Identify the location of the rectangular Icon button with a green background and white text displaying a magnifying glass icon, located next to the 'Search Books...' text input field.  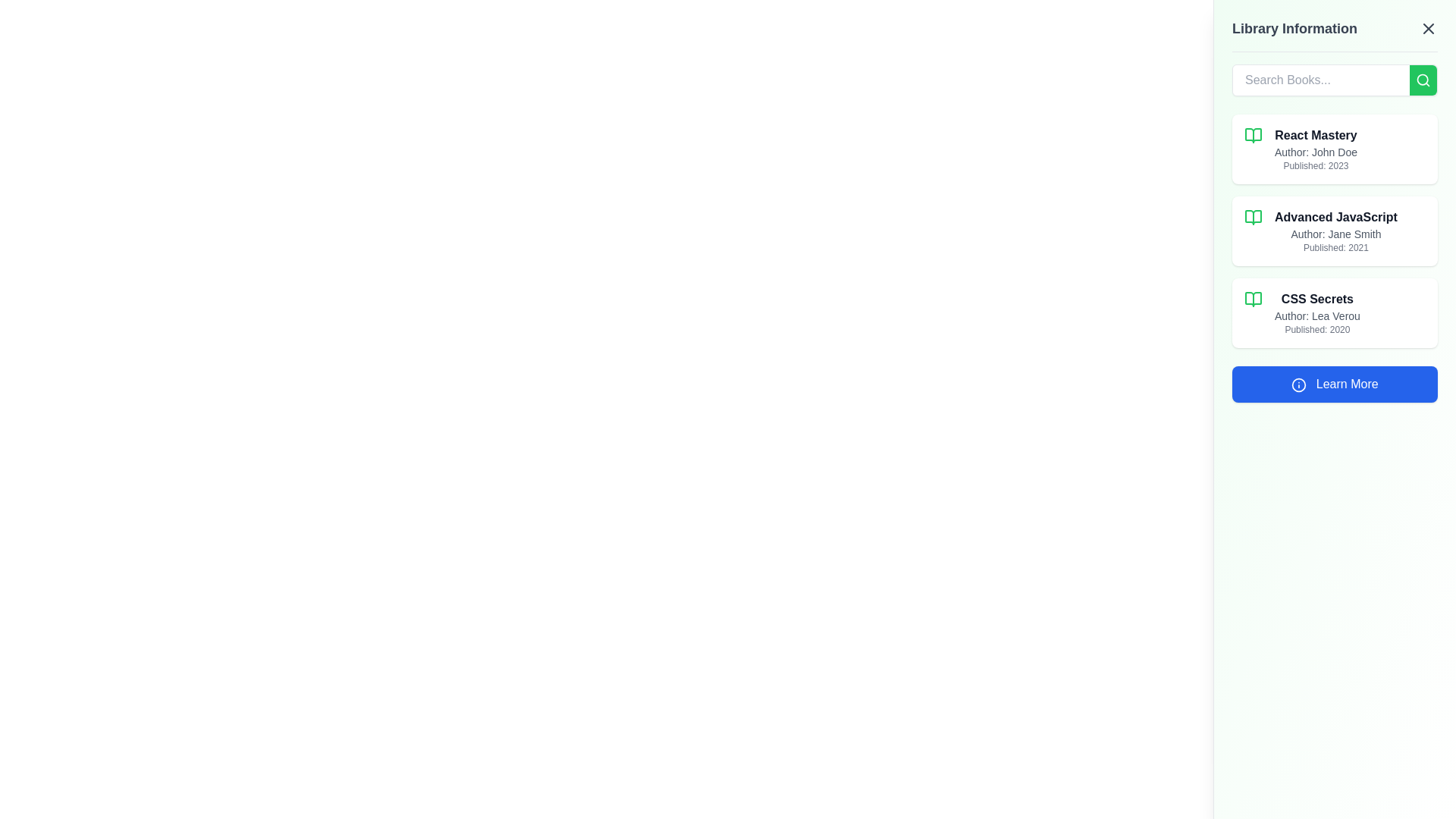
(1422, 80).